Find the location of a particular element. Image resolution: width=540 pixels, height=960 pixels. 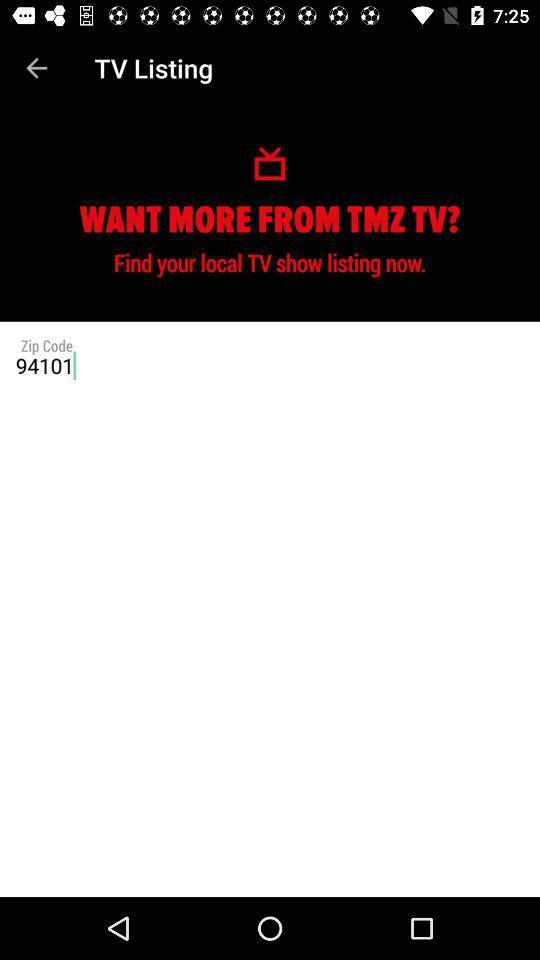

item below find your local icon is located at coordinates (270, 364).